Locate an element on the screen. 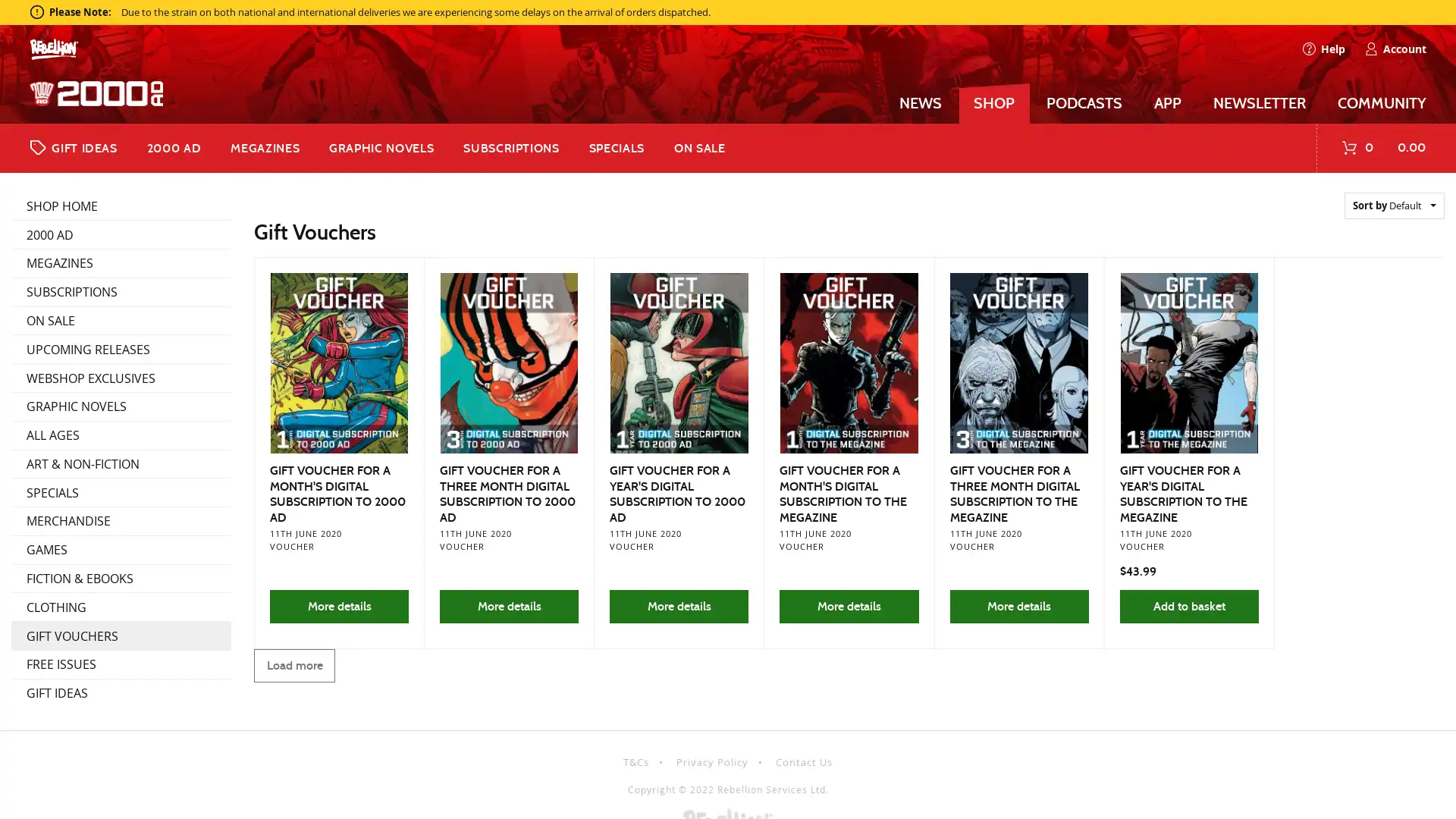 Image resolution: width=1456 pixels, height=819 pixels. More details is located at coordinates (848, 605).